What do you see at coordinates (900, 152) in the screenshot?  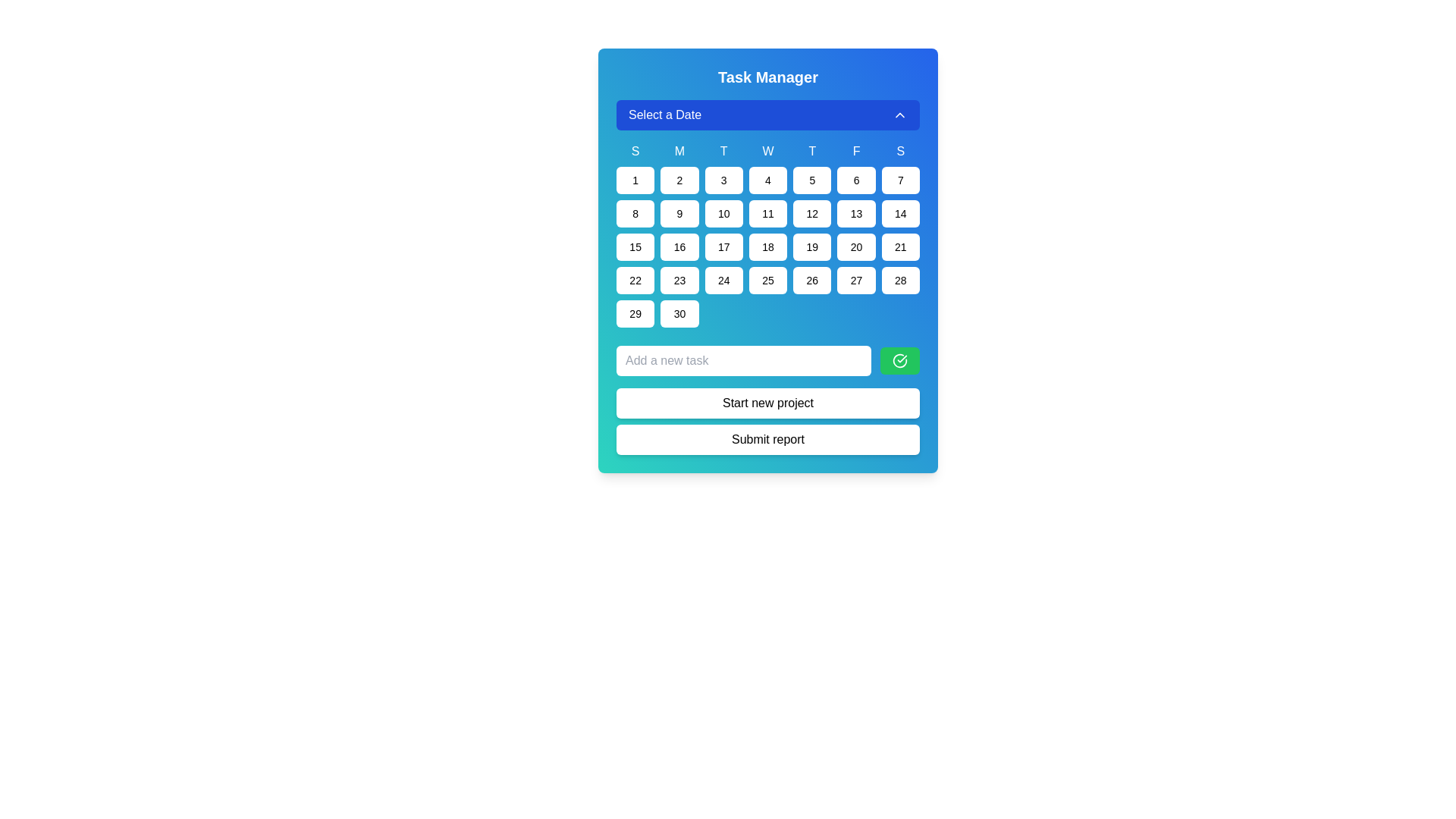 I see `the last 'S' in the header row of the calendar grid, which denotes the days of the week` at bounding box center [900, 152].